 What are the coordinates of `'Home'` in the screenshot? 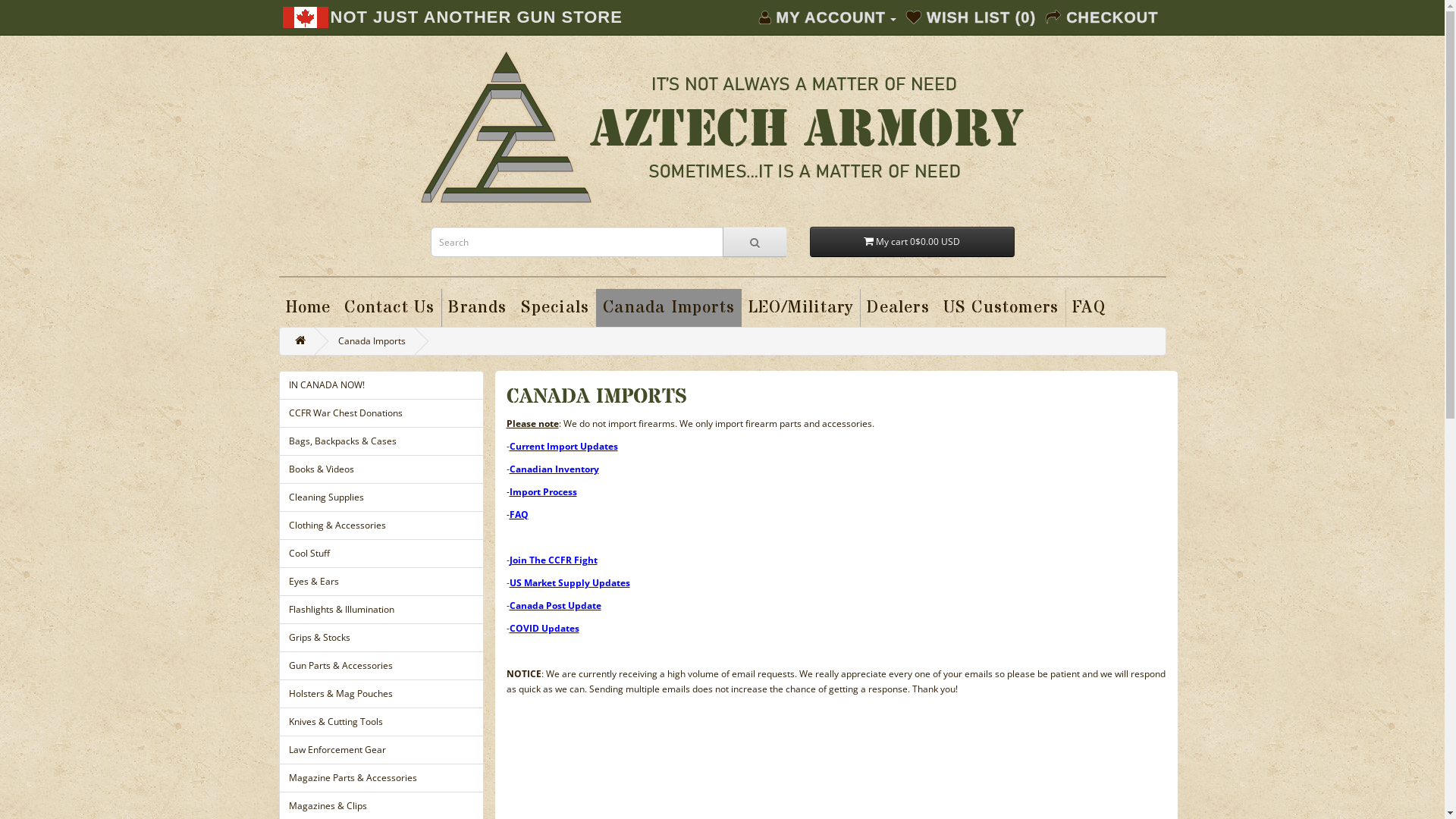 It's located at (308, 307).